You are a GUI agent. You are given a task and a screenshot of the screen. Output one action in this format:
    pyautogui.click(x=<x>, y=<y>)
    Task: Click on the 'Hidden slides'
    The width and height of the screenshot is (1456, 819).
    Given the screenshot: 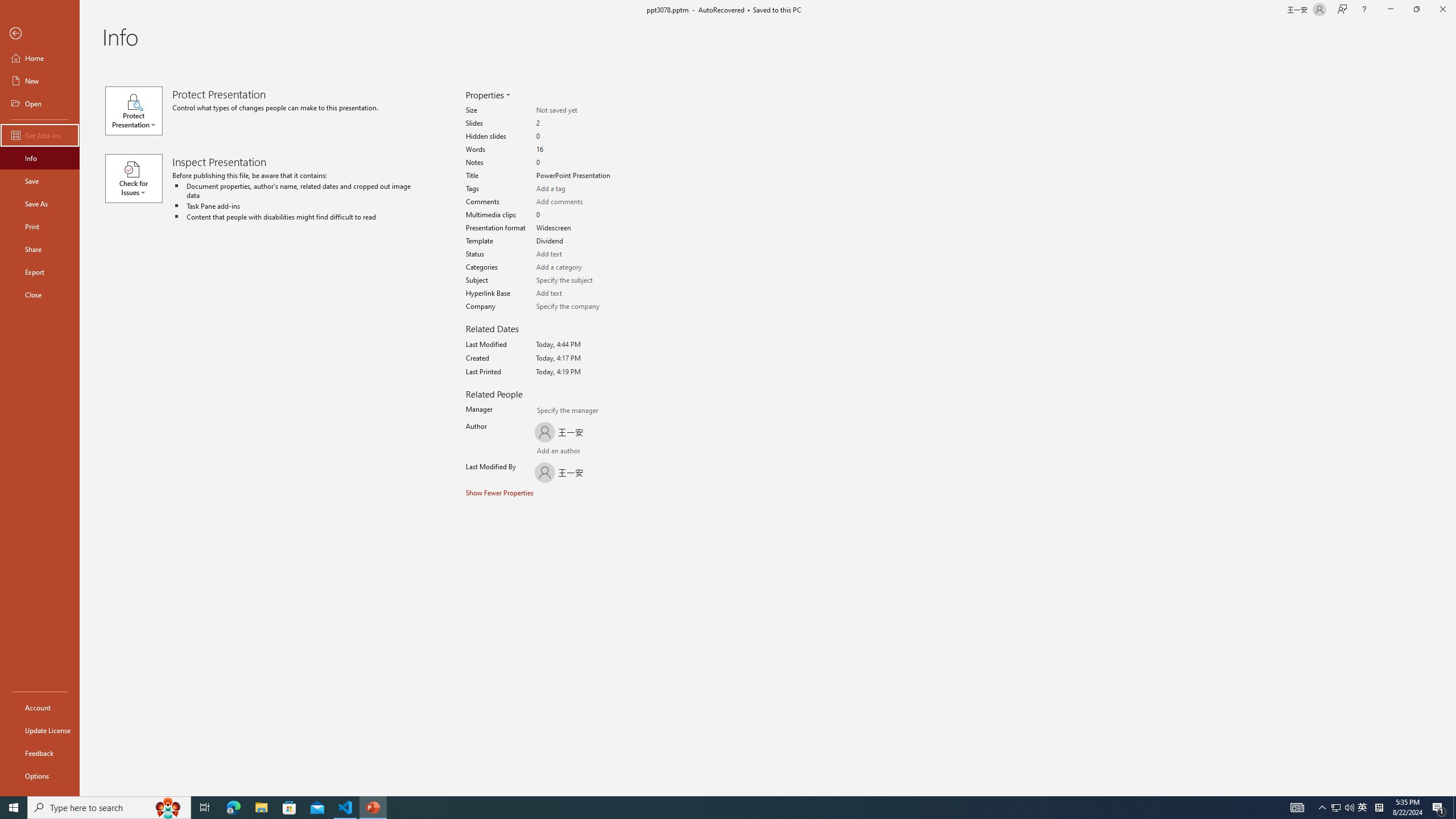 What is the action you would take?
    pyautogui.click(x=575, y=136)
    